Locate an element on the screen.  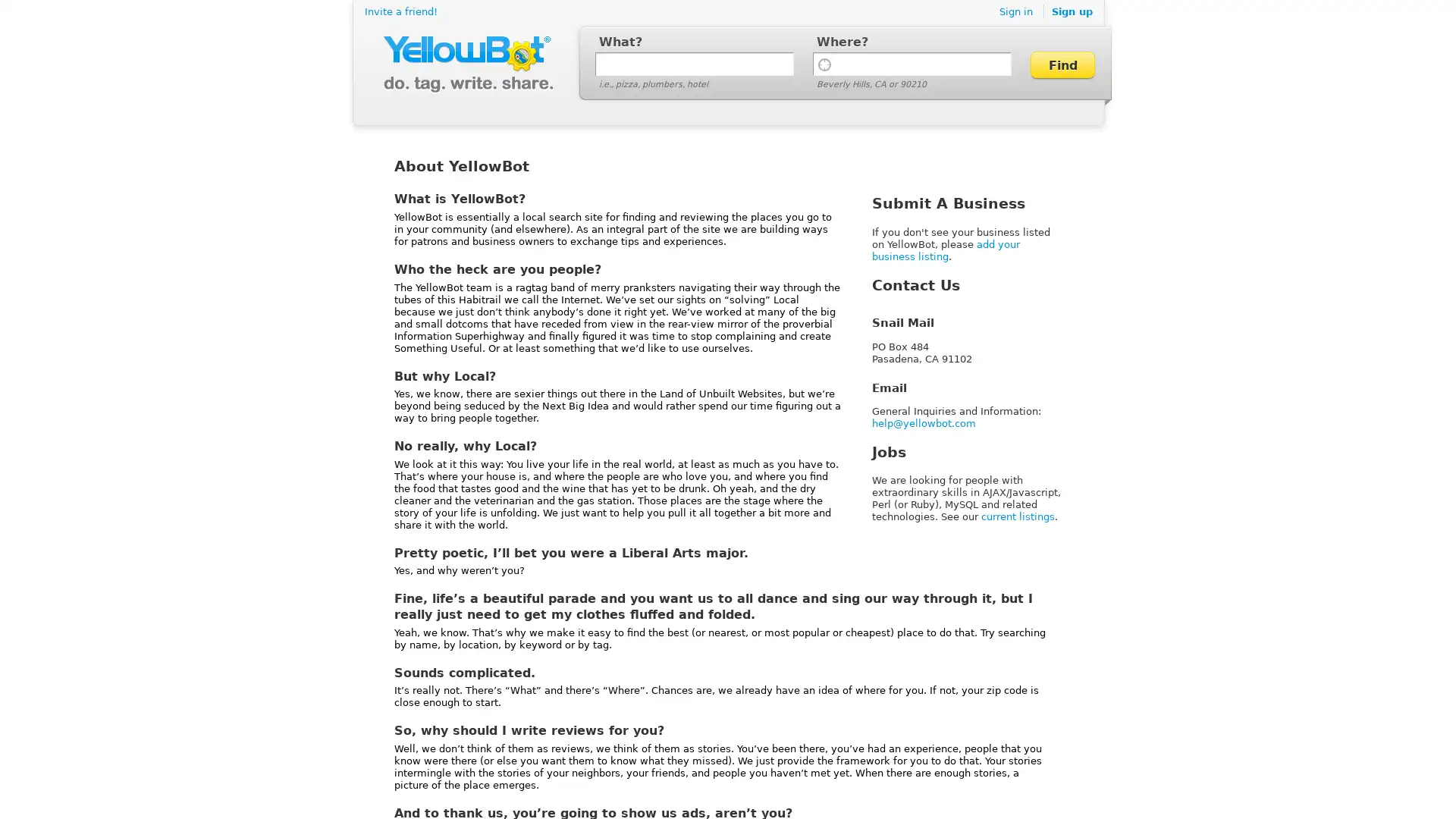
Find is located at coordinates (1062, 64).